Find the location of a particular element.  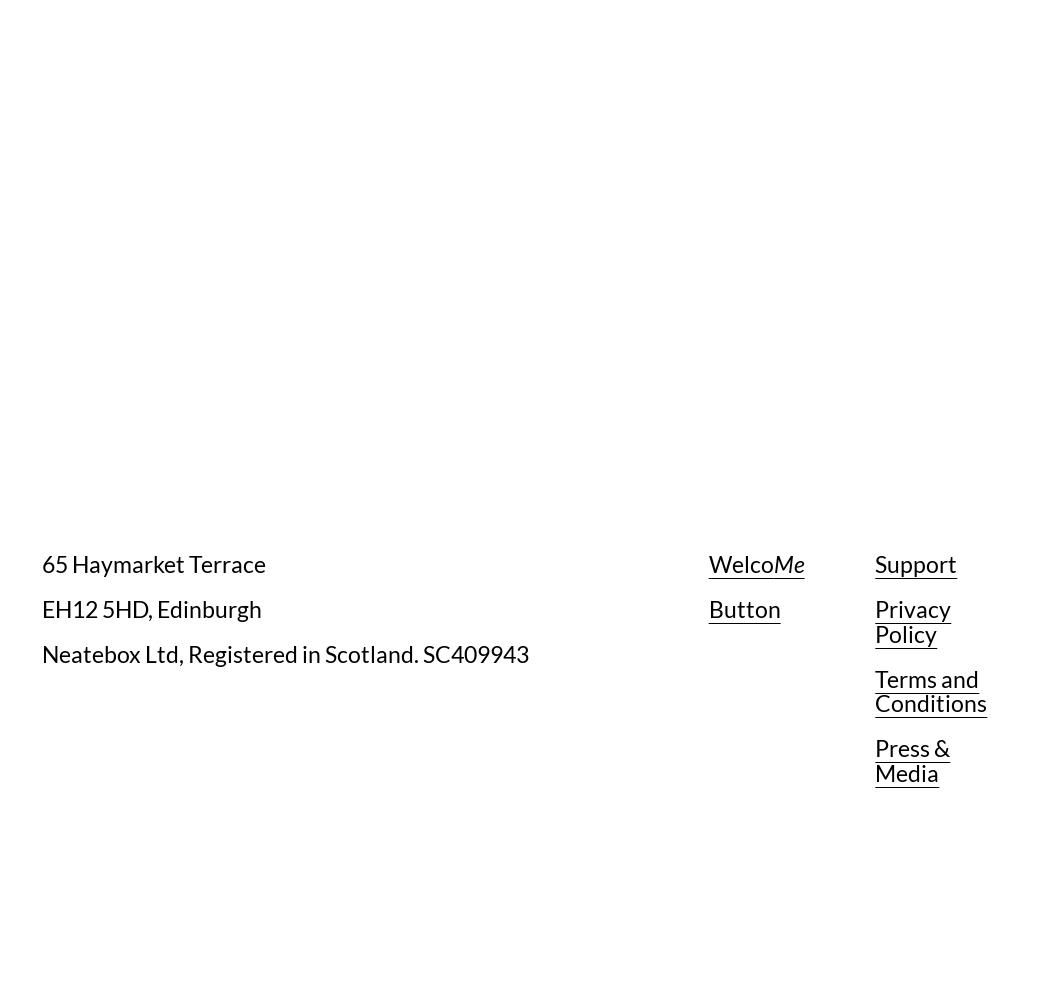

'Me' is located at coordinates (788, 563).